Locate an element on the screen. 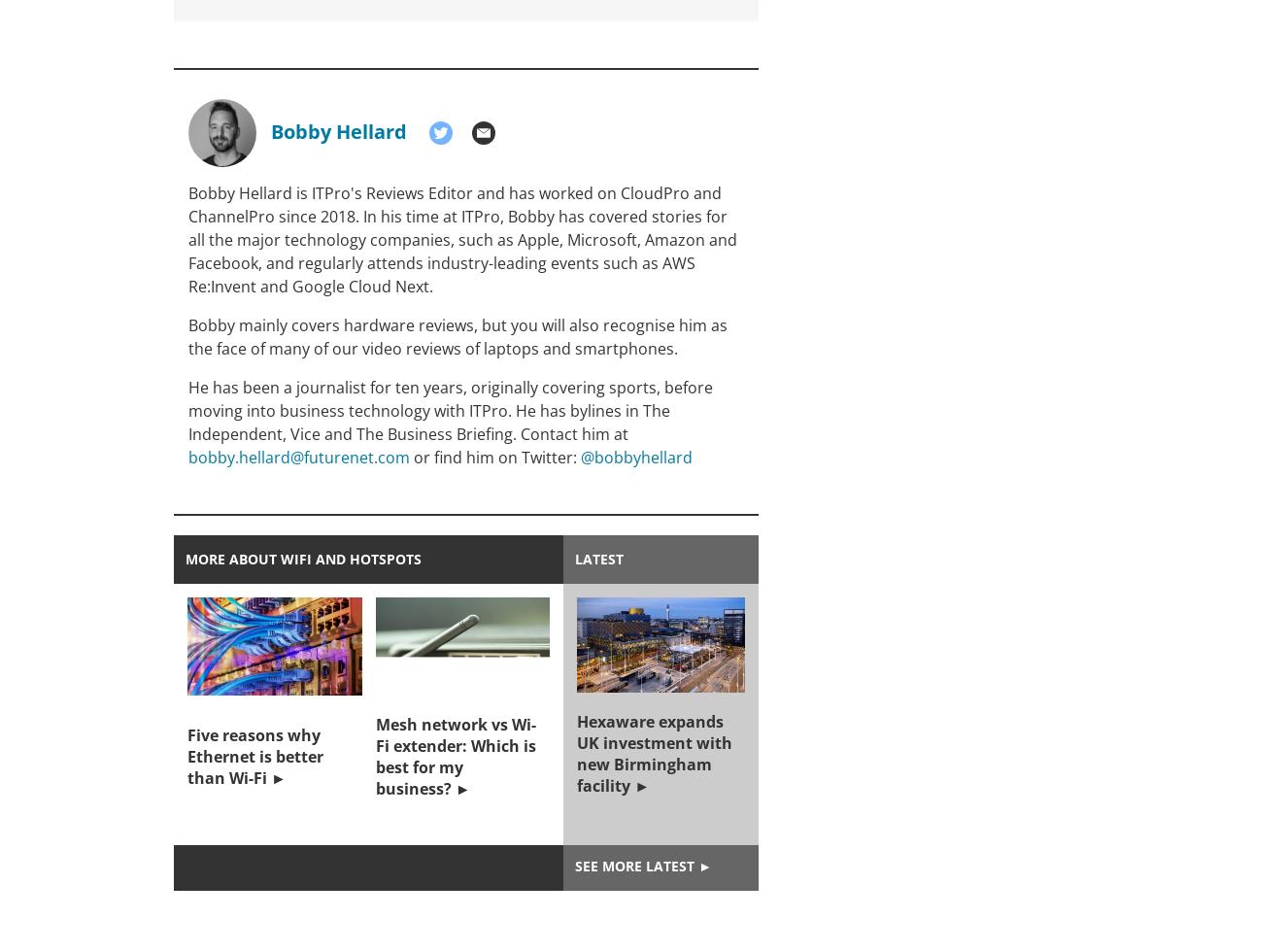 The image size is (1287, 952). 'and' is located at coordinates (705, 193).